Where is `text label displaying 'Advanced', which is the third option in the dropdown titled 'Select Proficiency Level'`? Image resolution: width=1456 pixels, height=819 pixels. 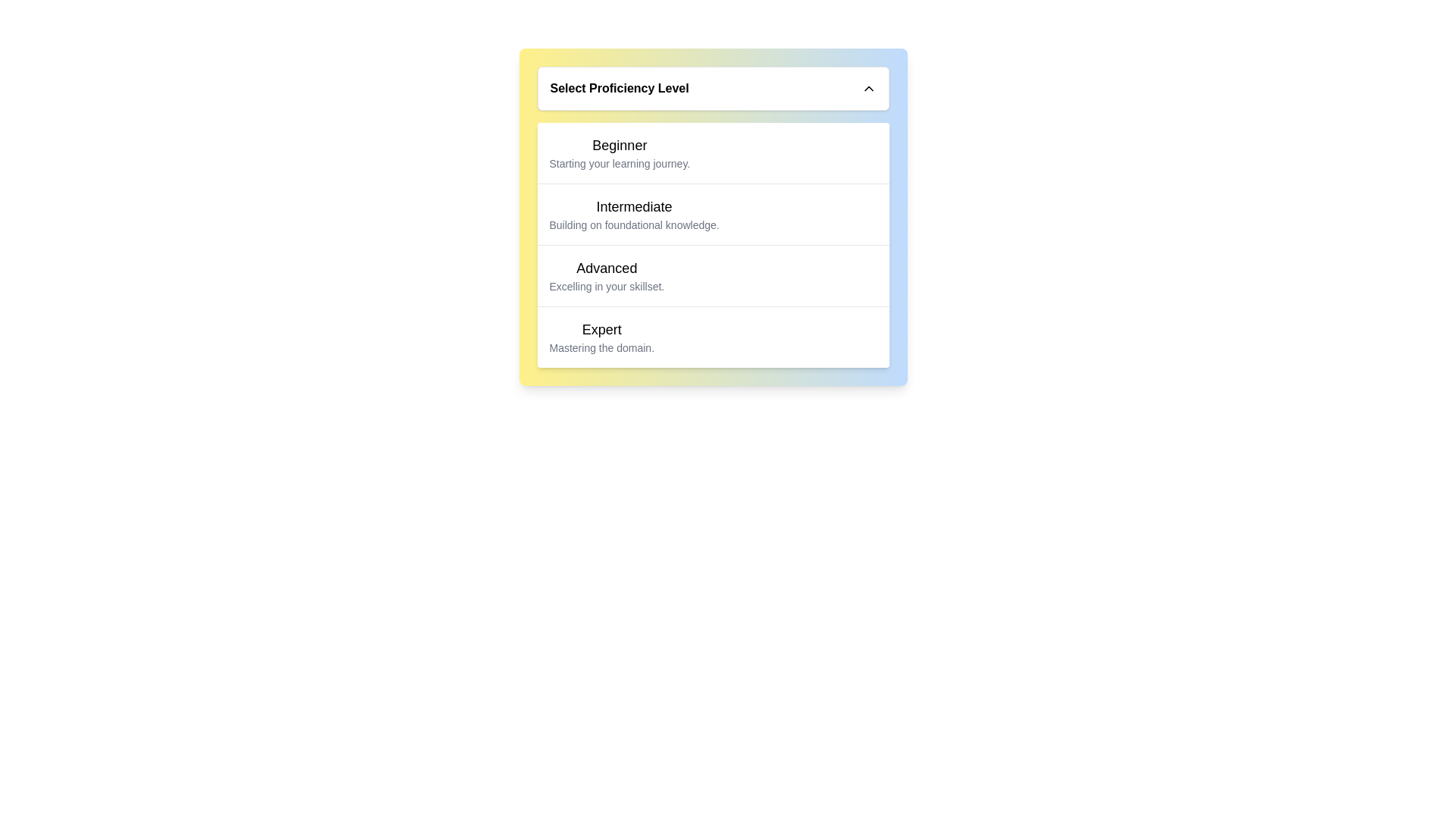
text label displaying 'Advanced', which is the third option in the dropdown titled 'Select Proficiency Level' is located at coordinates (607, 268).